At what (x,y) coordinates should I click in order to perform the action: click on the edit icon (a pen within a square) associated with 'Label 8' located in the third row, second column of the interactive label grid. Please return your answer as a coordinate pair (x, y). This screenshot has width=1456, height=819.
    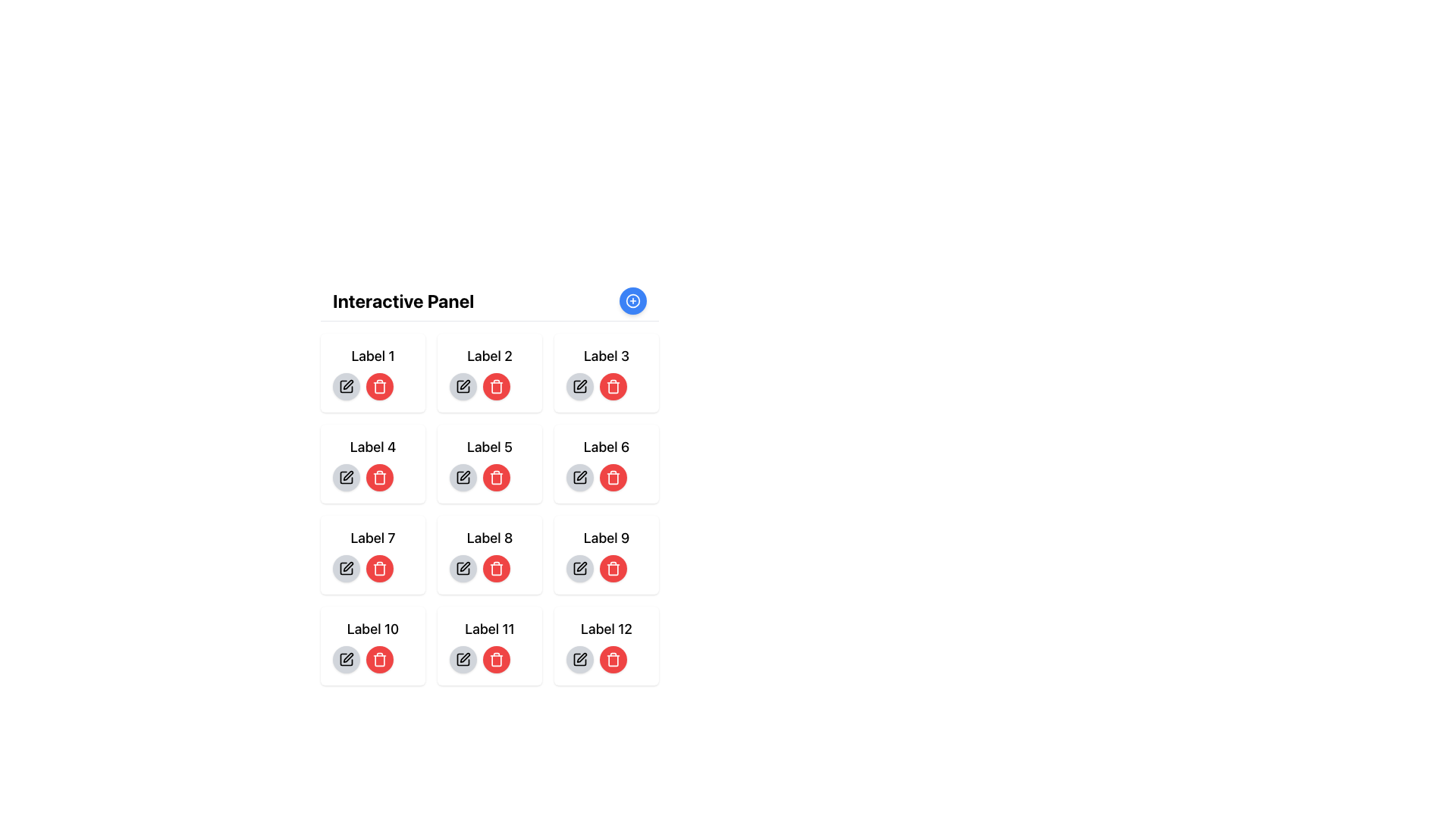
    Looking at the image, I should click on (462, 568).